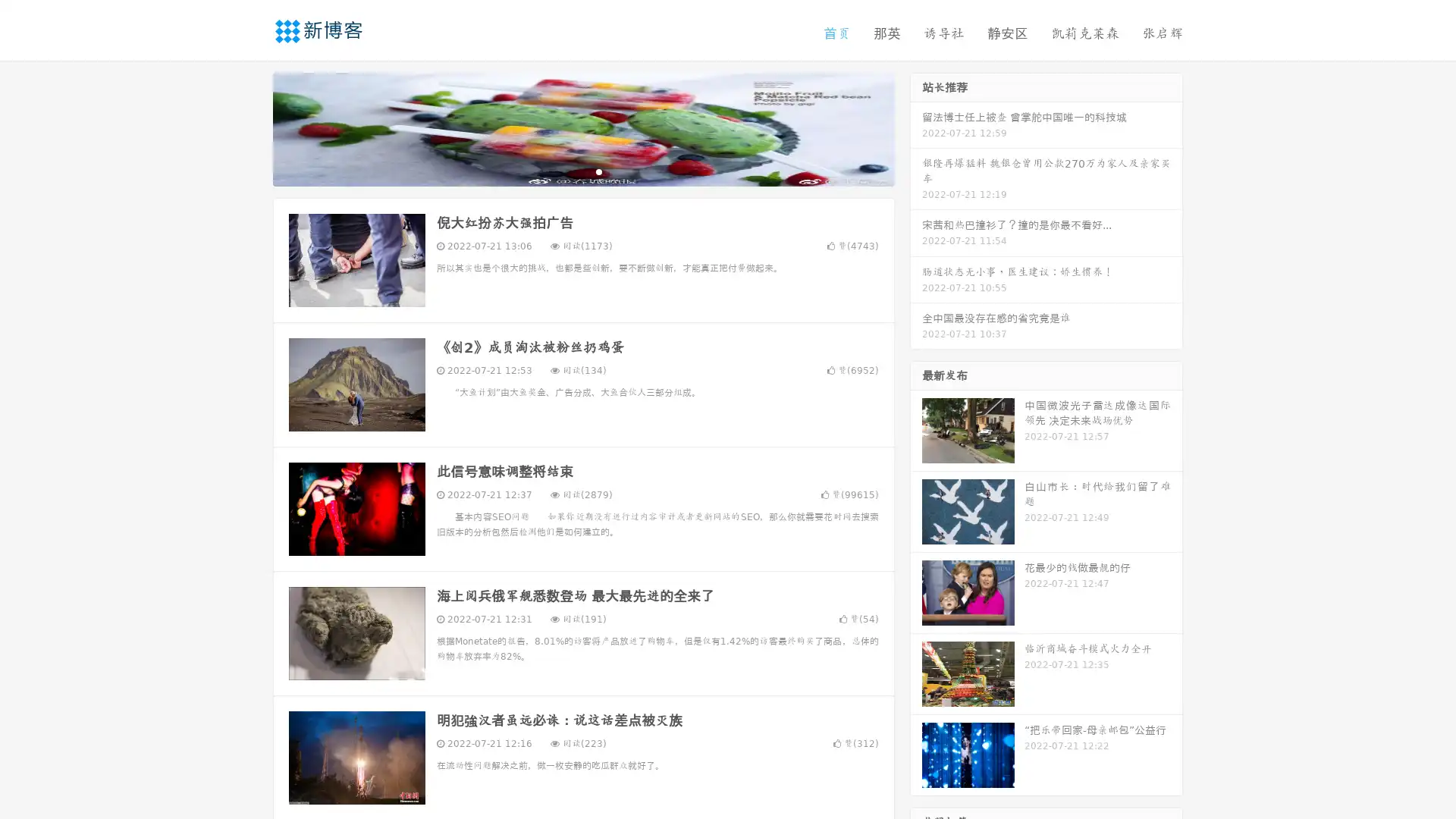 This screenshot has height=819, width=1456. What do you see at coordinates (582, 171) in the screenshot?
I see `Go to slide 2` at bounding box center [582, 171].